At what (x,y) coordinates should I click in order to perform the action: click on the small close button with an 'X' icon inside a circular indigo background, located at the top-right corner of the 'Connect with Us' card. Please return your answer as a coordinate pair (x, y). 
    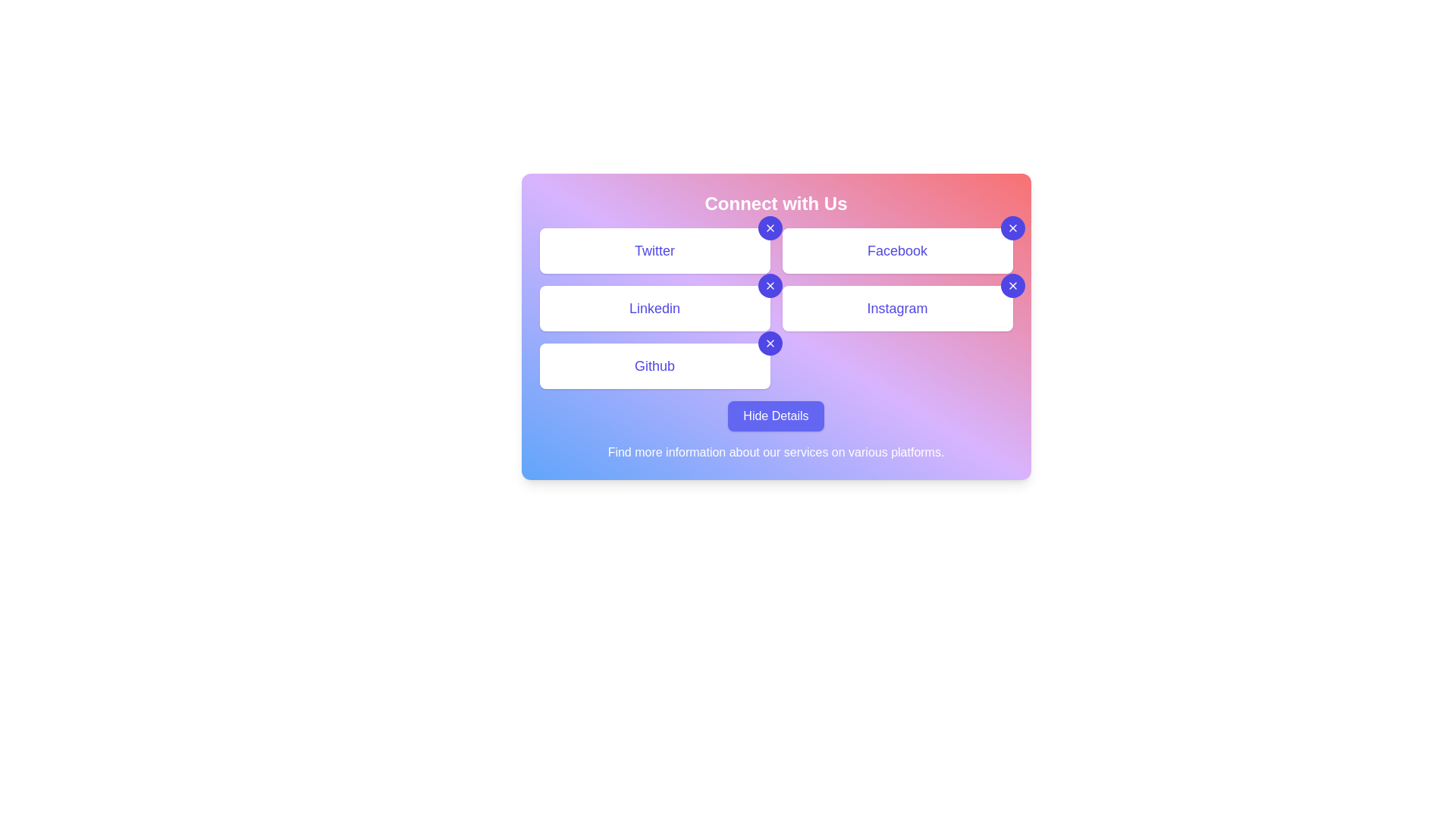
    Looking at the image, I should click on (770, 227).